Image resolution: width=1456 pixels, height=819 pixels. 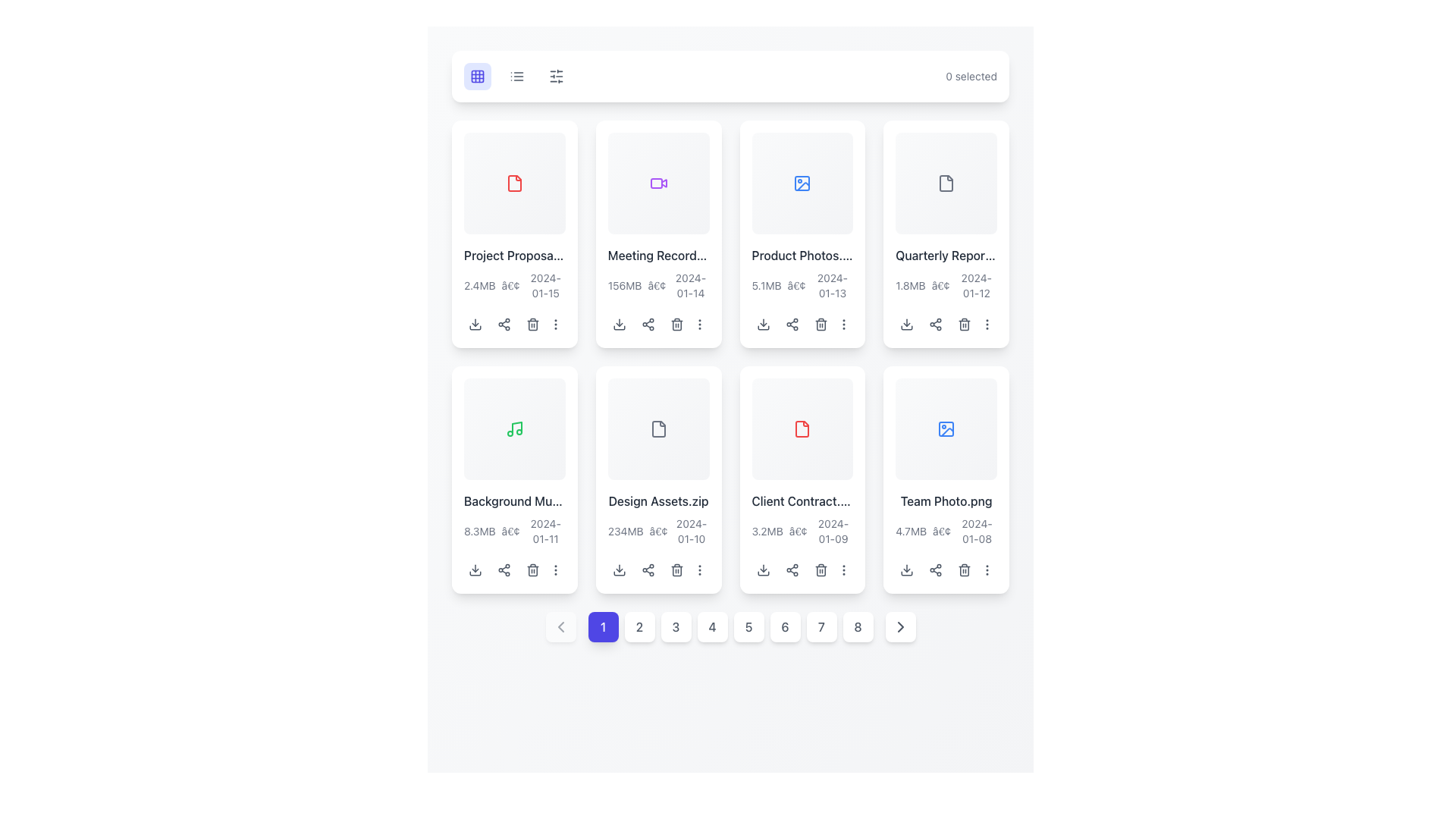 What do you see at coordinates (946, 182) in the screenshot?
I see `the icon indicating the type of content associated with the 'Quarterly Report' card, located in the upper half of the card in the third column` at bounding box center [946, 182].